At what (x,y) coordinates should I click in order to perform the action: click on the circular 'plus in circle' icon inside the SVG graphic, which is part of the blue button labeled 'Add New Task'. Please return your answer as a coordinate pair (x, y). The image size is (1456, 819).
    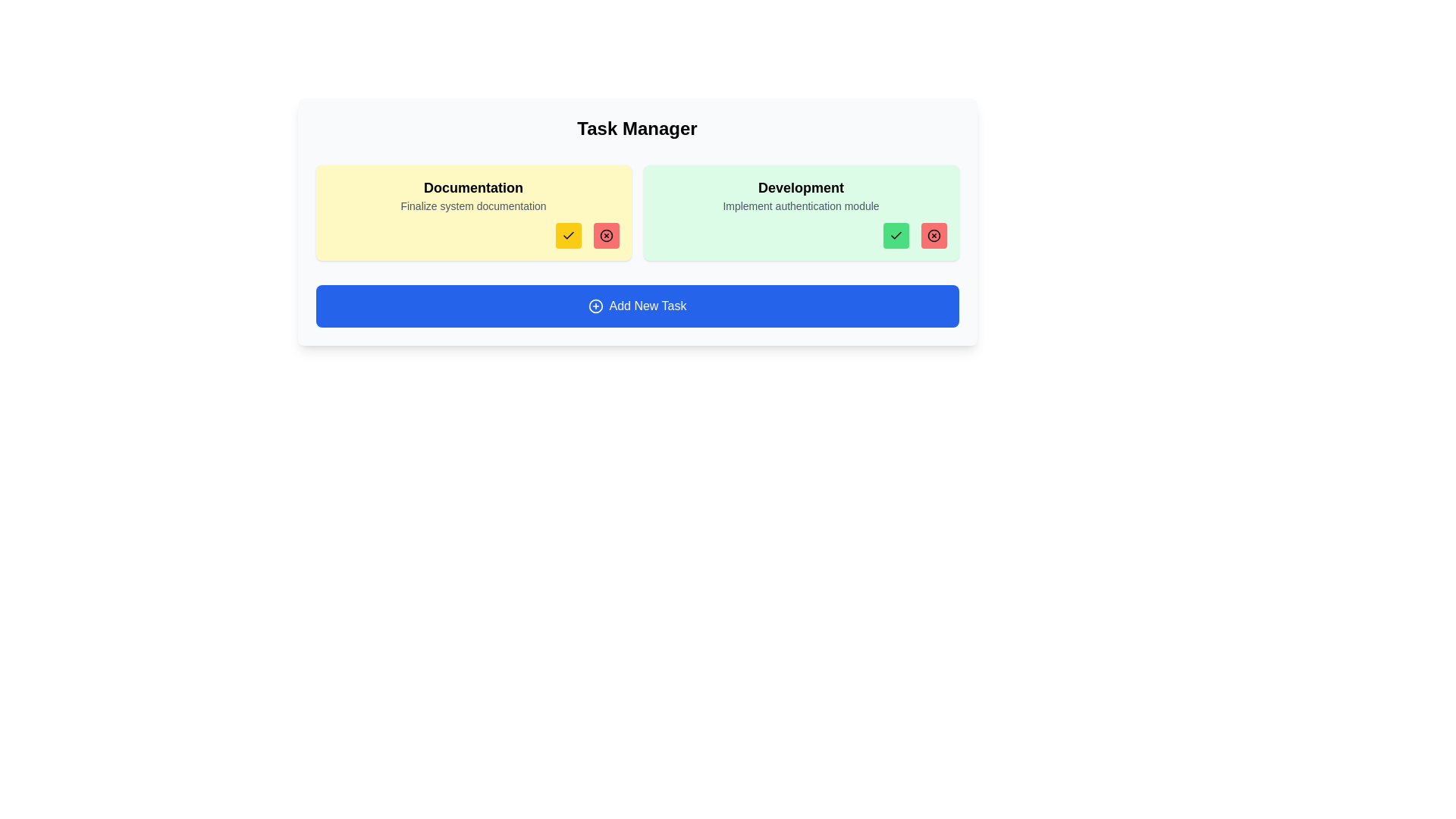
    Looking at the image, I should click on (595, 306).